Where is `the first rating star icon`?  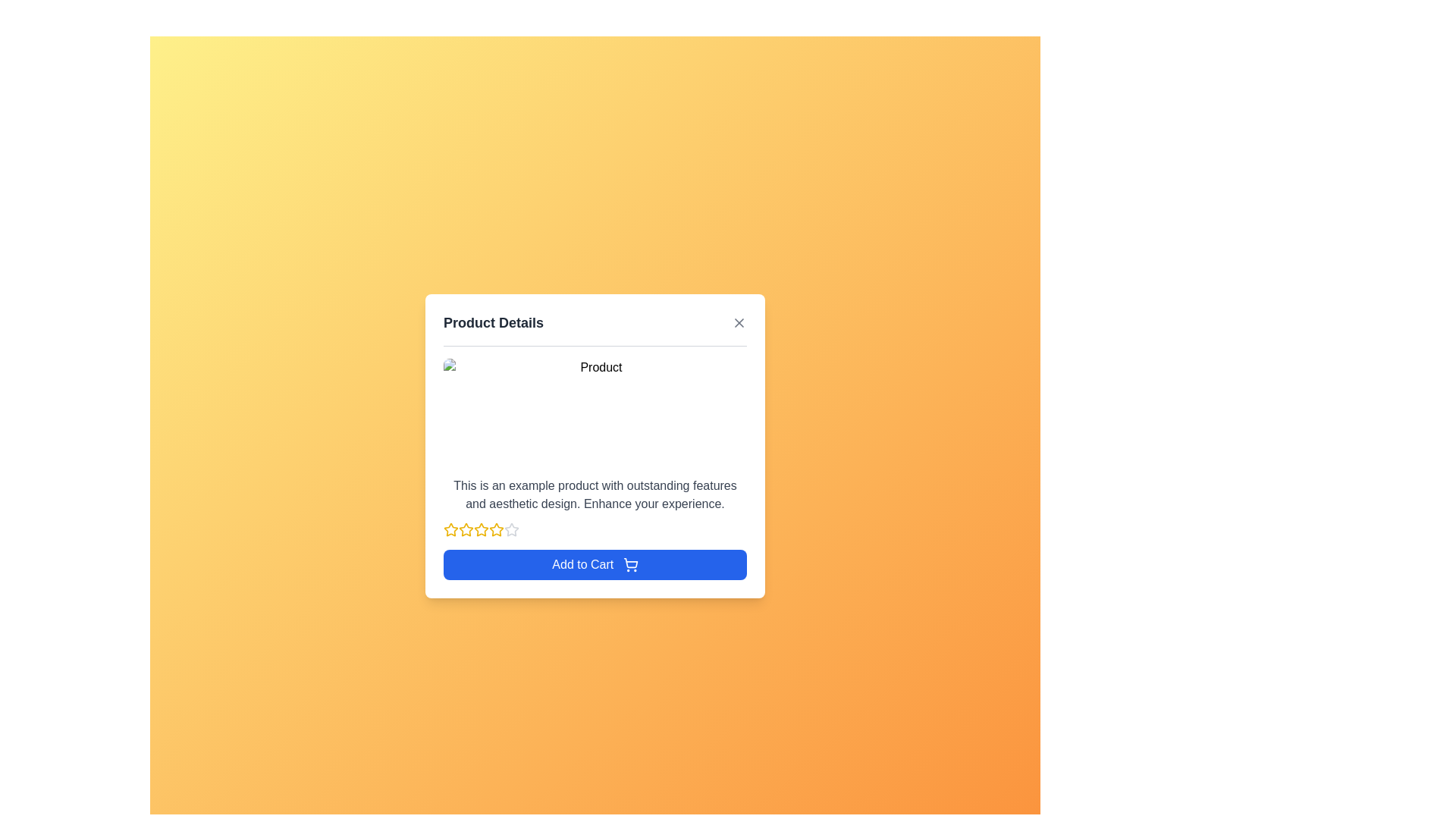
the first rating star icon is located at coordinates (450, 529).